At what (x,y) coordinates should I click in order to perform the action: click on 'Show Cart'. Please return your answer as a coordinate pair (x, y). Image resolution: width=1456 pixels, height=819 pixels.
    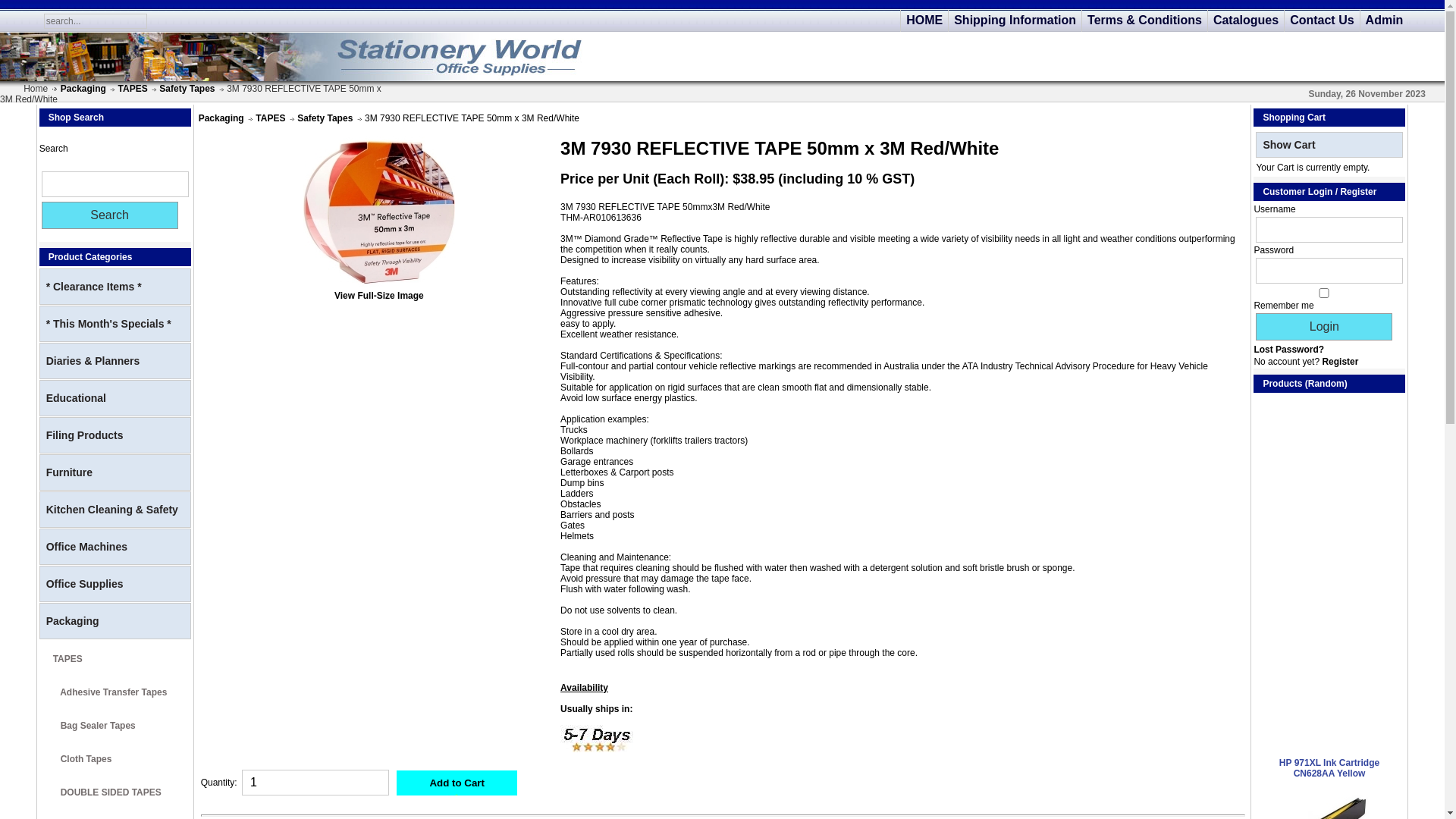
    Looking at the image, I should click on (1328, 145).